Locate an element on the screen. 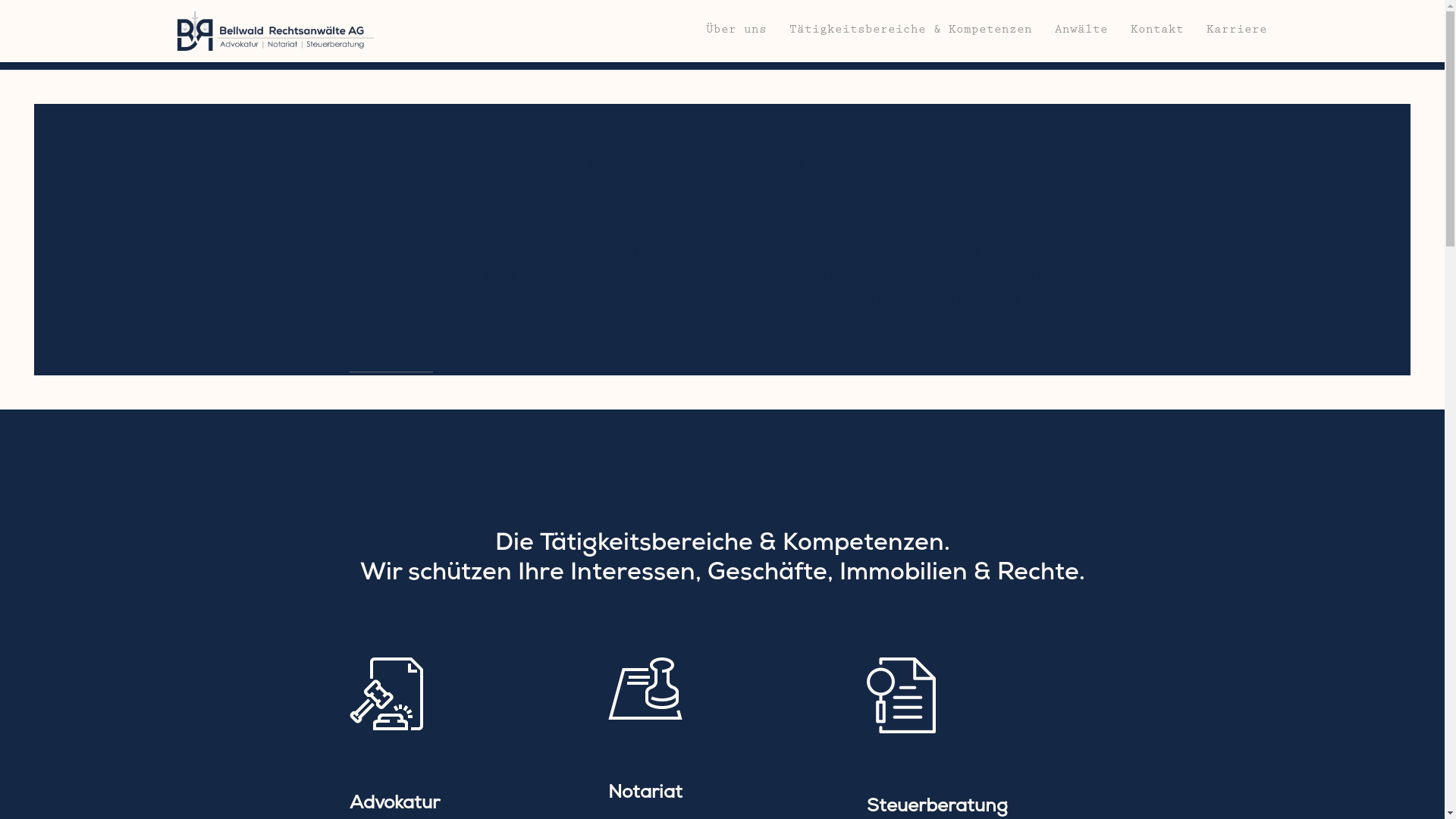  'Karriere' is located at coordinates (1237, 32).